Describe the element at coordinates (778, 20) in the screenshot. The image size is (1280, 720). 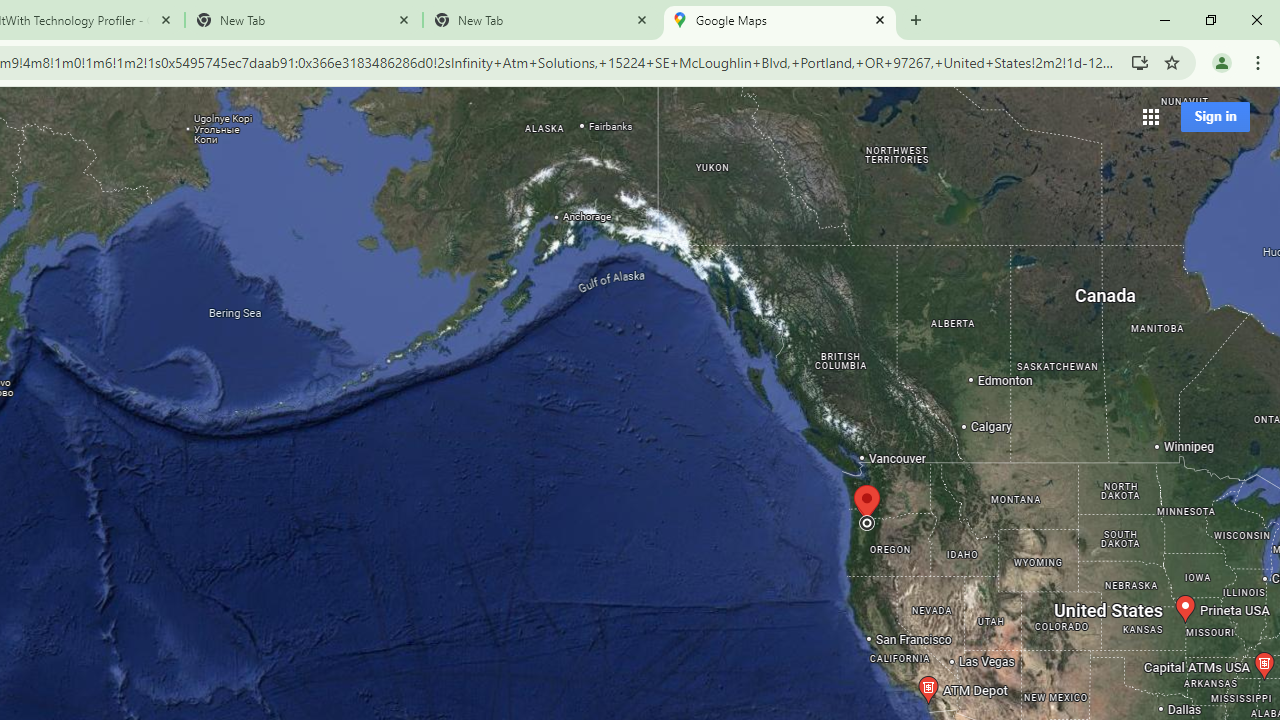
I see `'Google Maps'` at that location.